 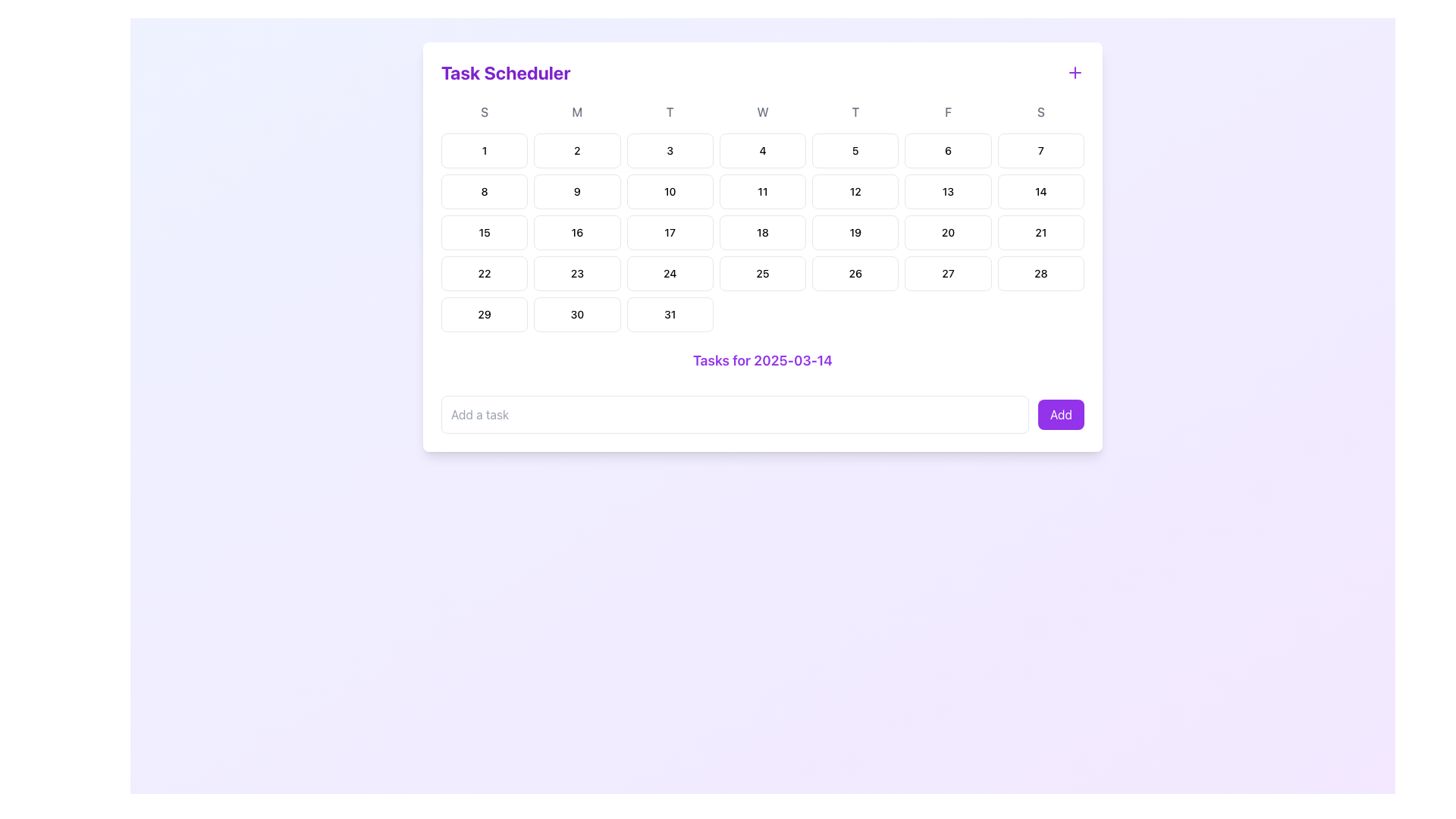 I want to click on the calendar cell displaying the number '17', so click(x=669, y=233).